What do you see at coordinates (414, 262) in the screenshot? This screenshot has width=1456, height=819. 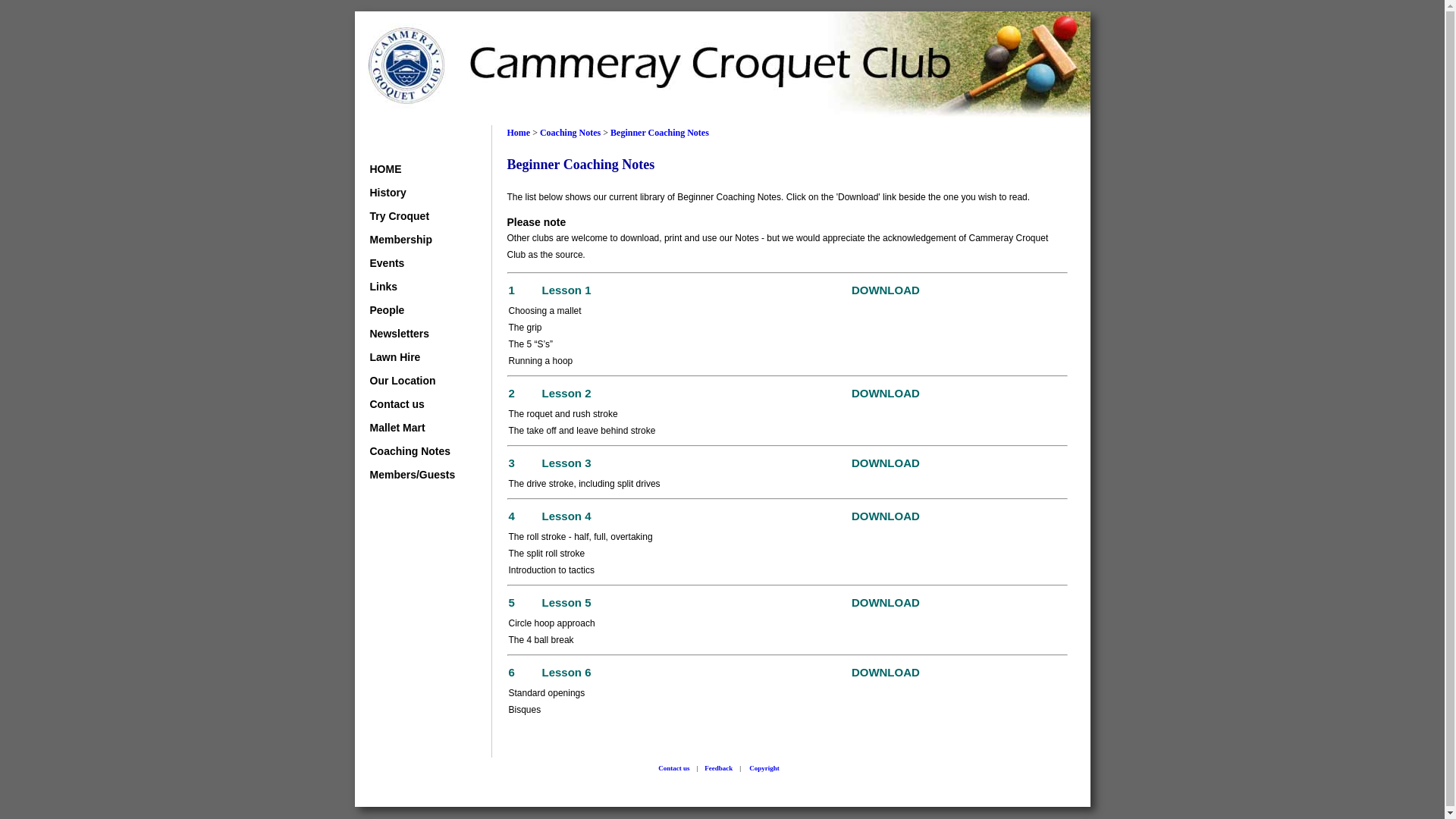 I see `'Events'` at bounding box center [414, 262].